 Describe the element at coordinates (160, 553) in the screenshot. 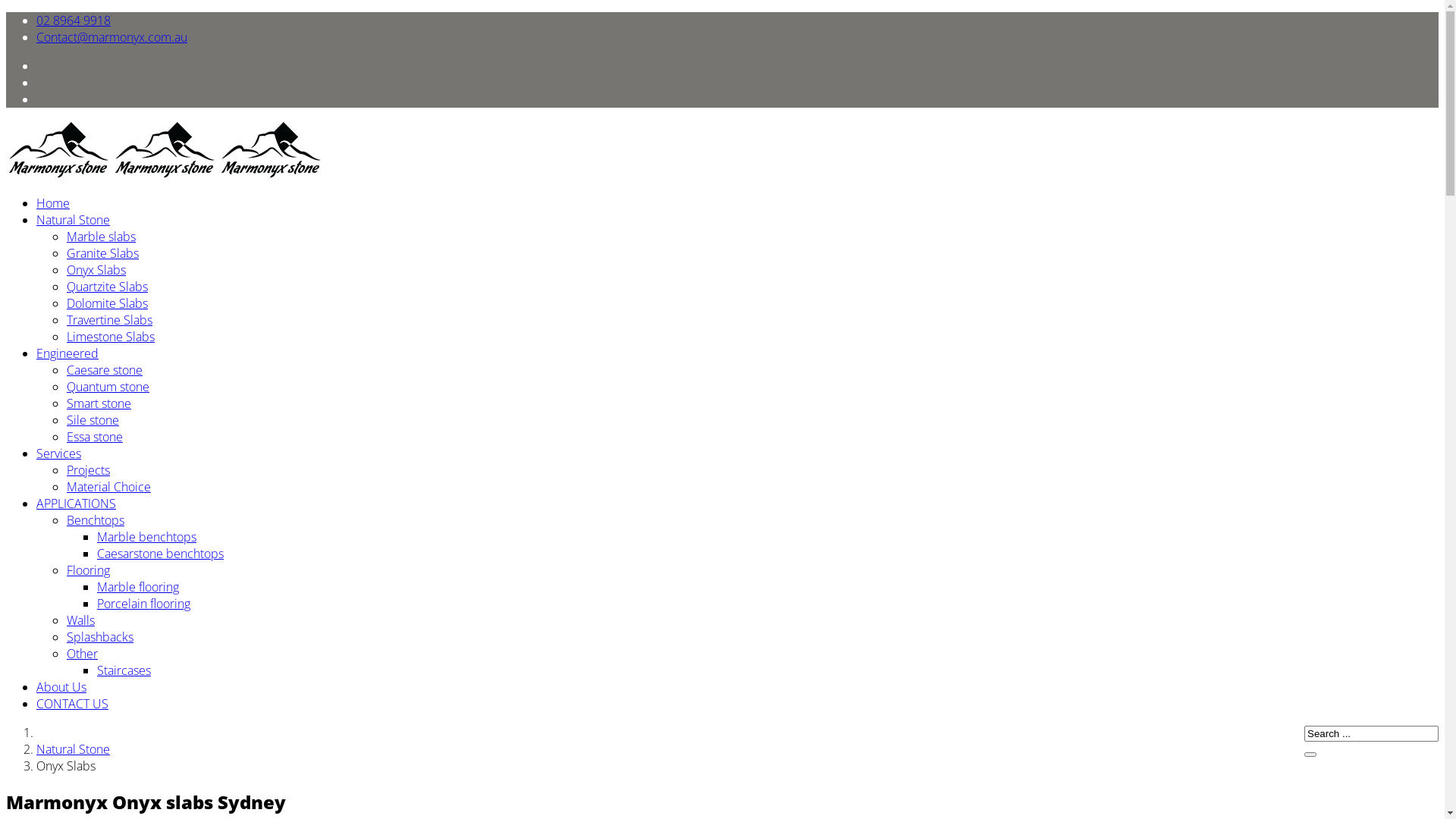

I see `'Caesarstone benchtops'` at that location.